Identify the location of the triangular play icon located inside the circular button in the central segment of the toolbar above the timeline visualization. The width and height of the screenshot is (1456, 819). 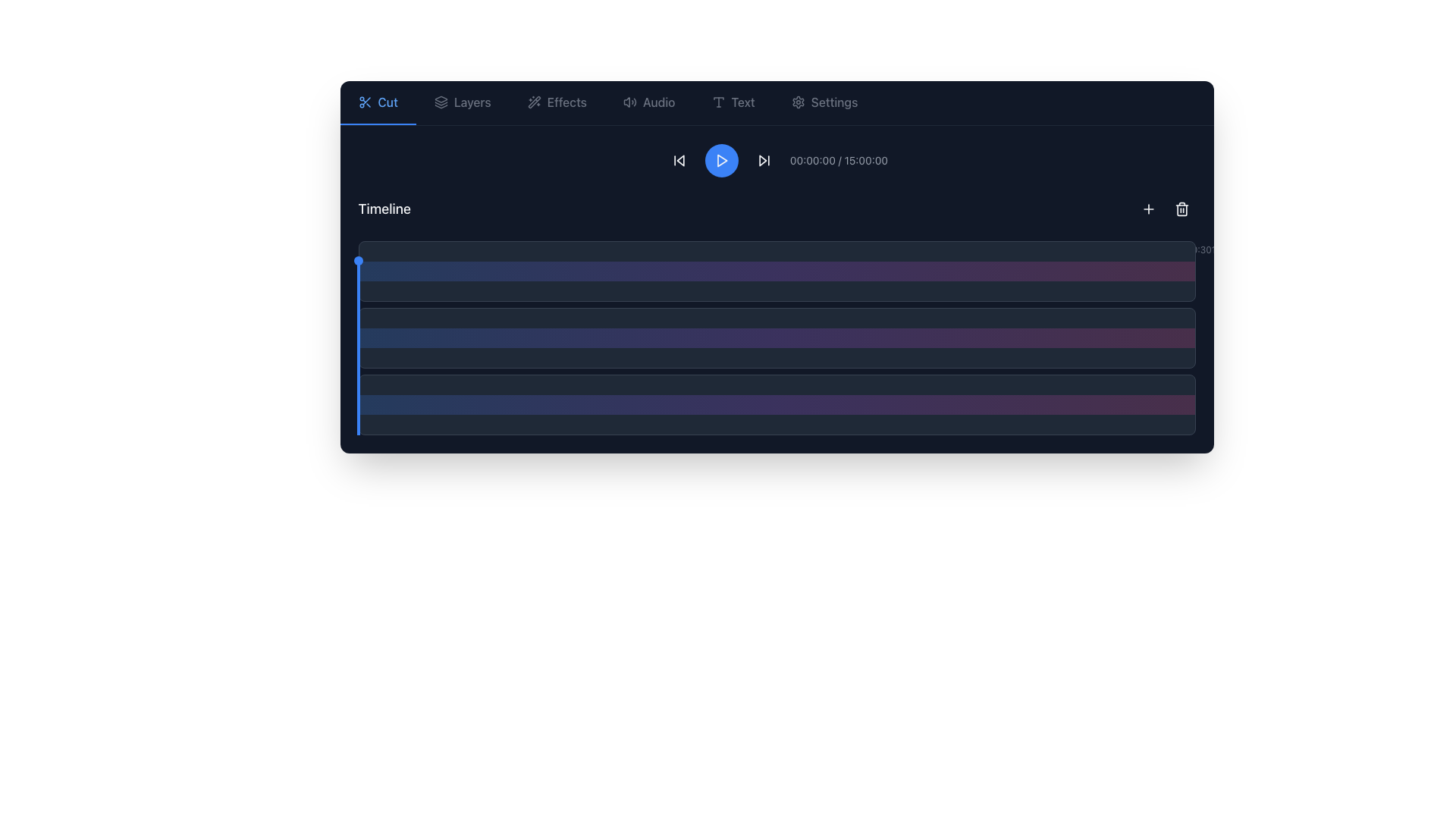
(721, 161).